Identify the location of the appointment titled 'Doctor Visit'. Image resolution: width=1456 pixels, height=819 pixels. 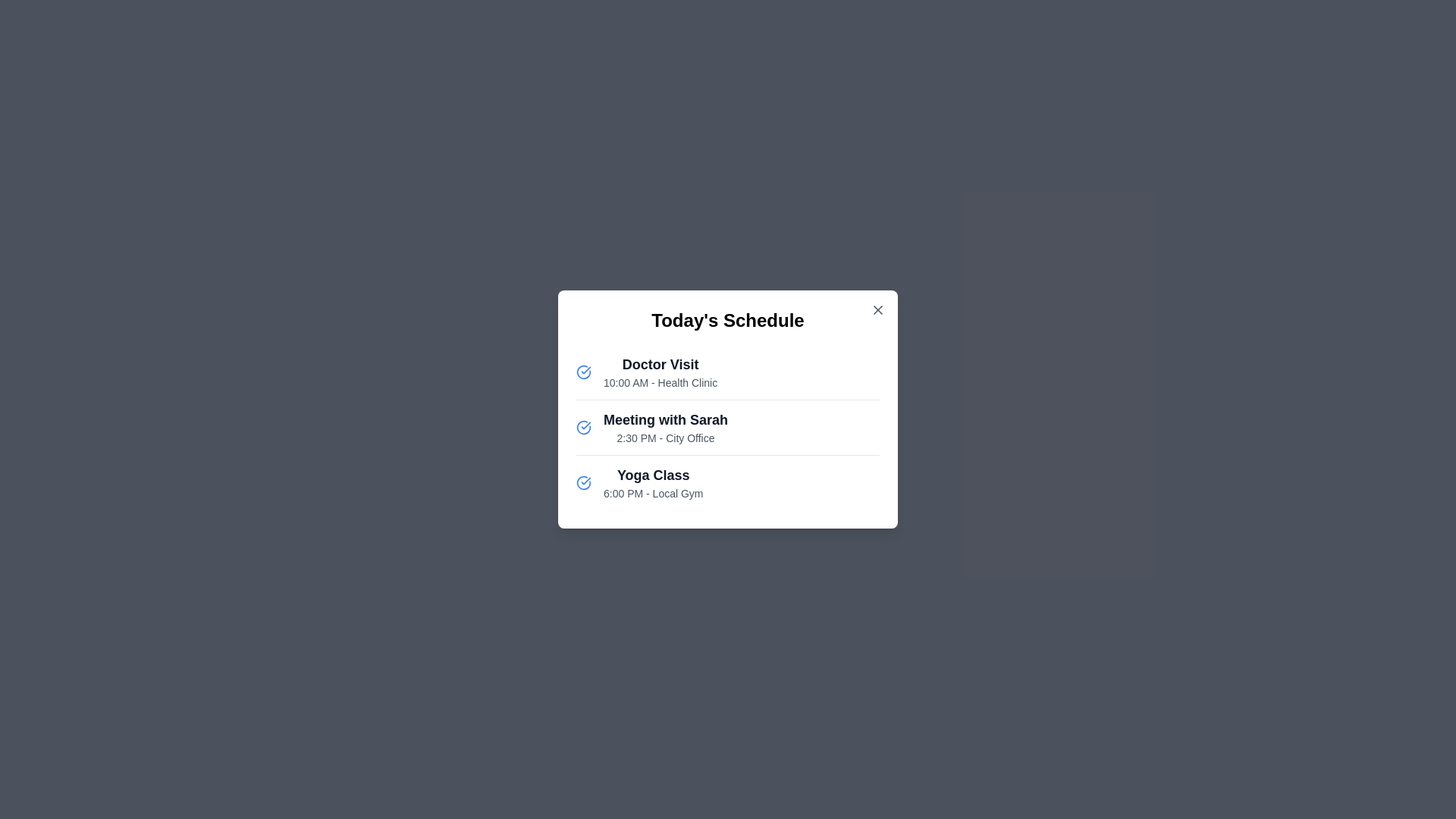
(660, 372).